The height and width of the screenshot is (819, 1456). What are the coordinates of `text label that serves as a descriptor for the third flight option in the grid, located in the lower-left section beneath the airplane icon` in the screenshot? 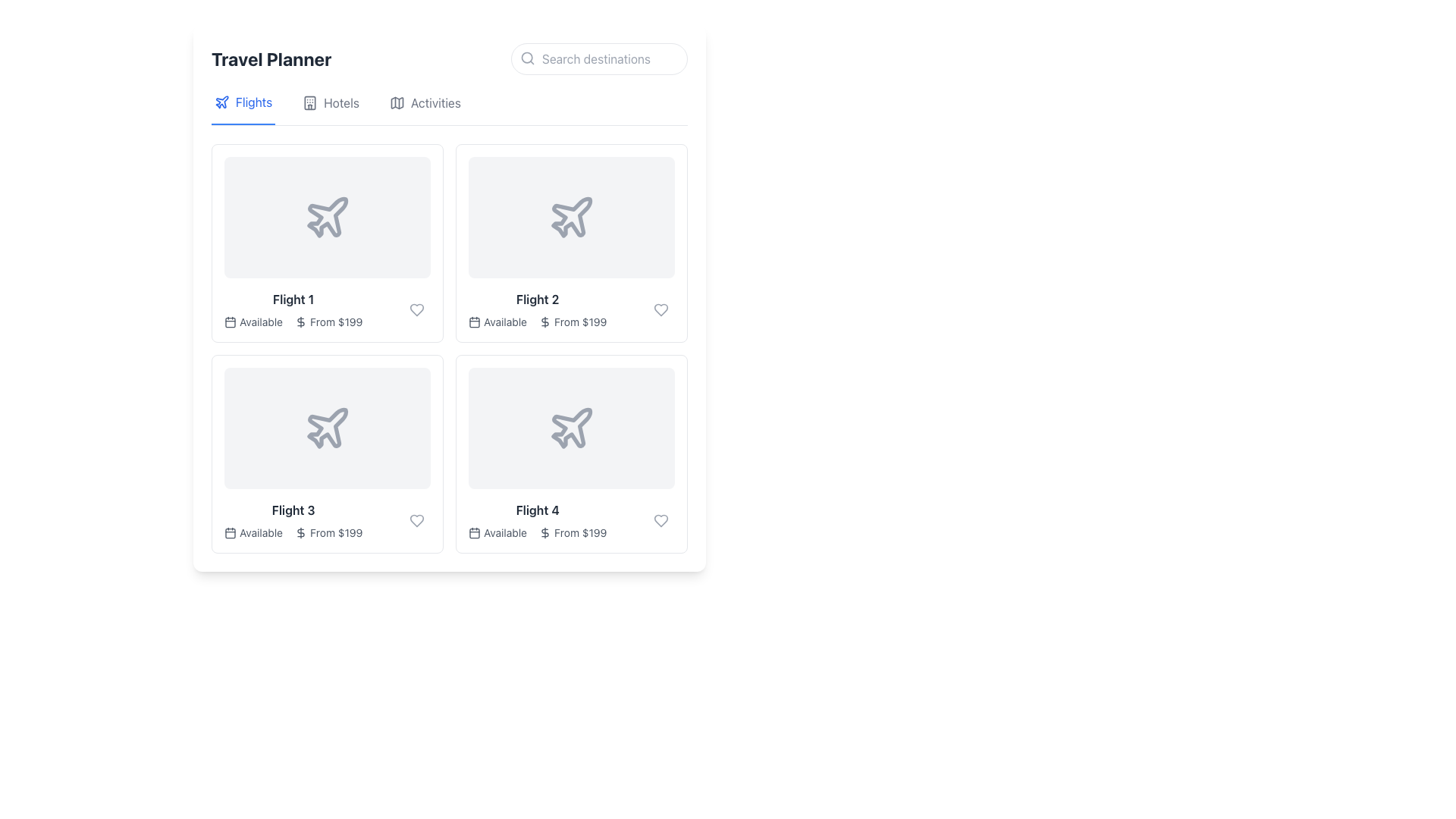 It's located at (293, 510).